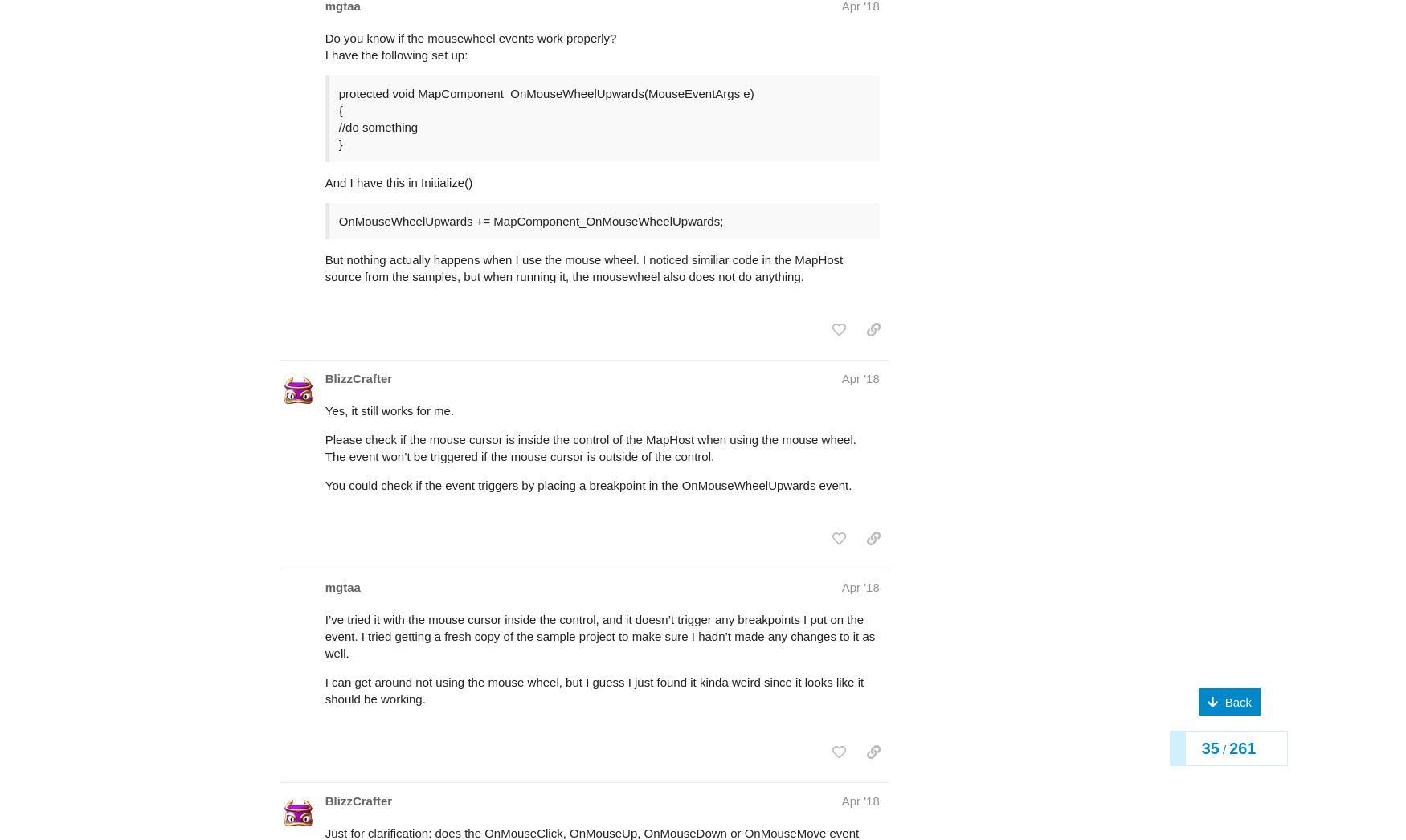 Image resolution: width=1406 pixels, height=840 pixels. What do you see at coordinates (398, 118) in the screenshot?
I see `'And I have this in Initialize()'` at bounding box center [398, 118].